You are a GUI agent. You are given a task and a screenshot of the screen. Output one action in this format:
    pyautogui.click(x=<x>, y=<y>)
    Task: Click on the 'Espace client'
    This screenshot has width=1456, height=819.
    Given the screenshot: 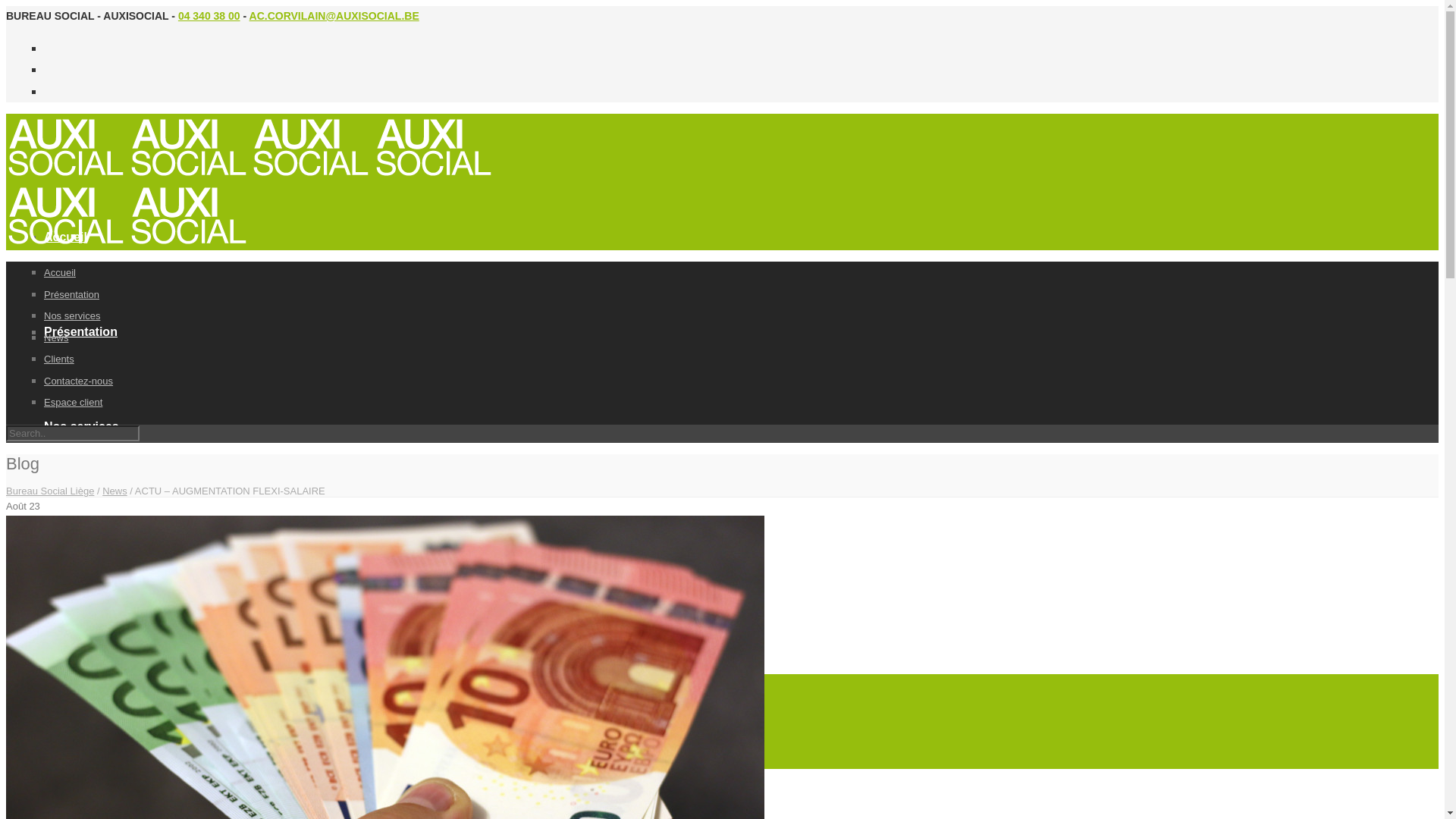 What is the action you would take?
    pyautogui.click(x=43, y=805)
    